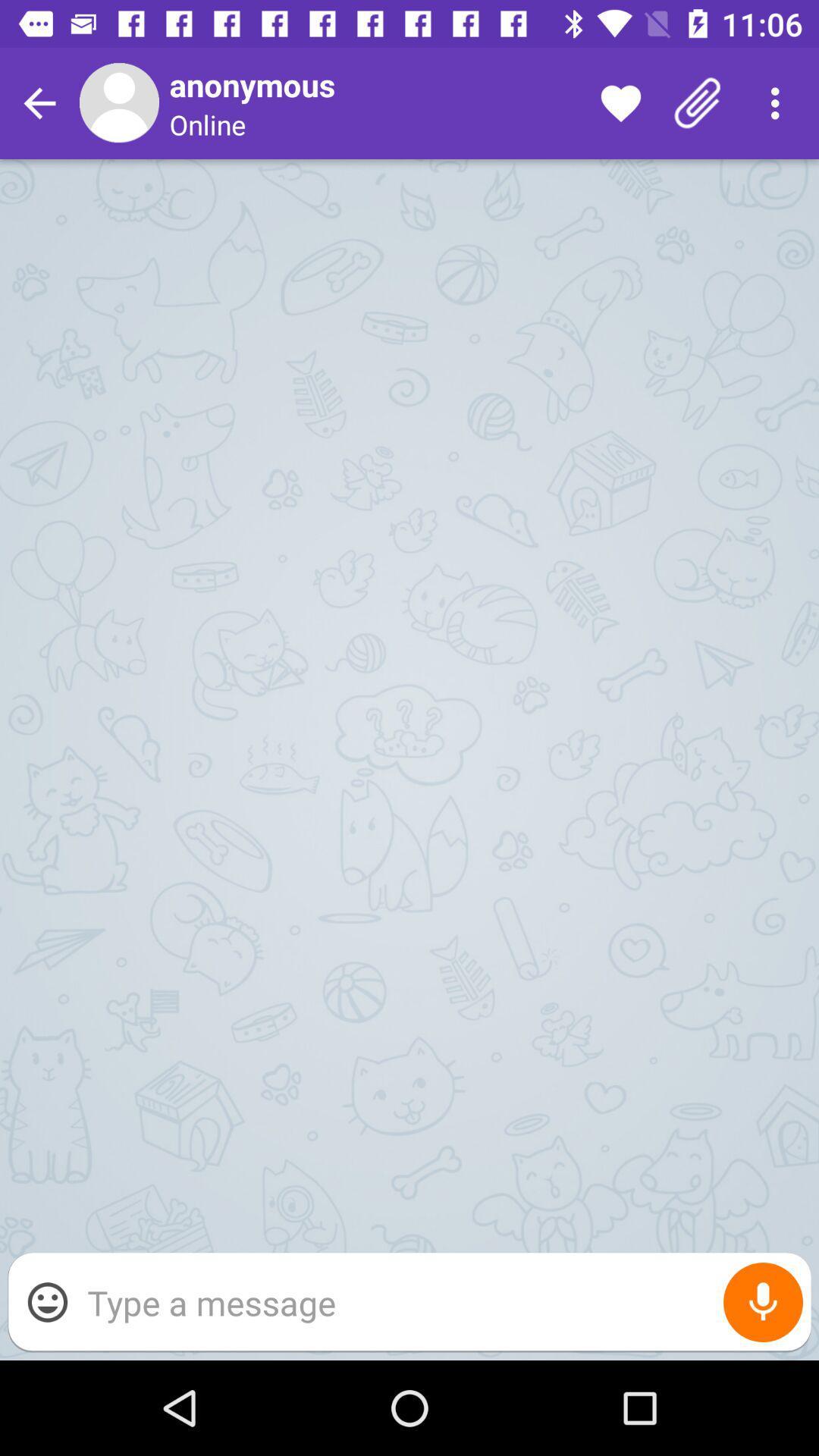 Image resolution: width=819 pixels, height=1456 pixels. Describe the element at coordinates (763, 1301) in the screenshot. I see `item at the bottom right corner` at that location.